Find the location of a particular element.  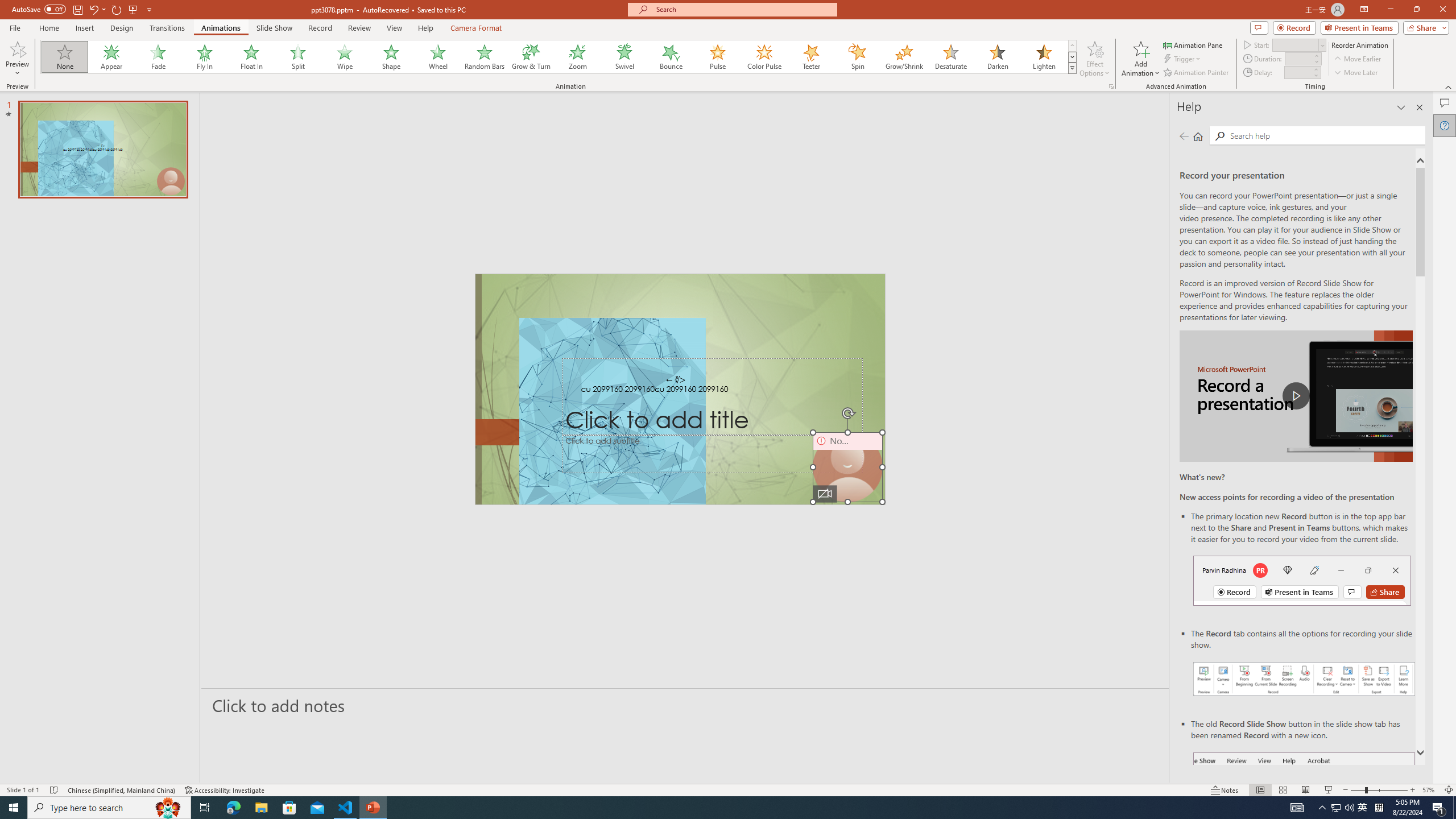

'Split' is located at coordinates (297, 56).